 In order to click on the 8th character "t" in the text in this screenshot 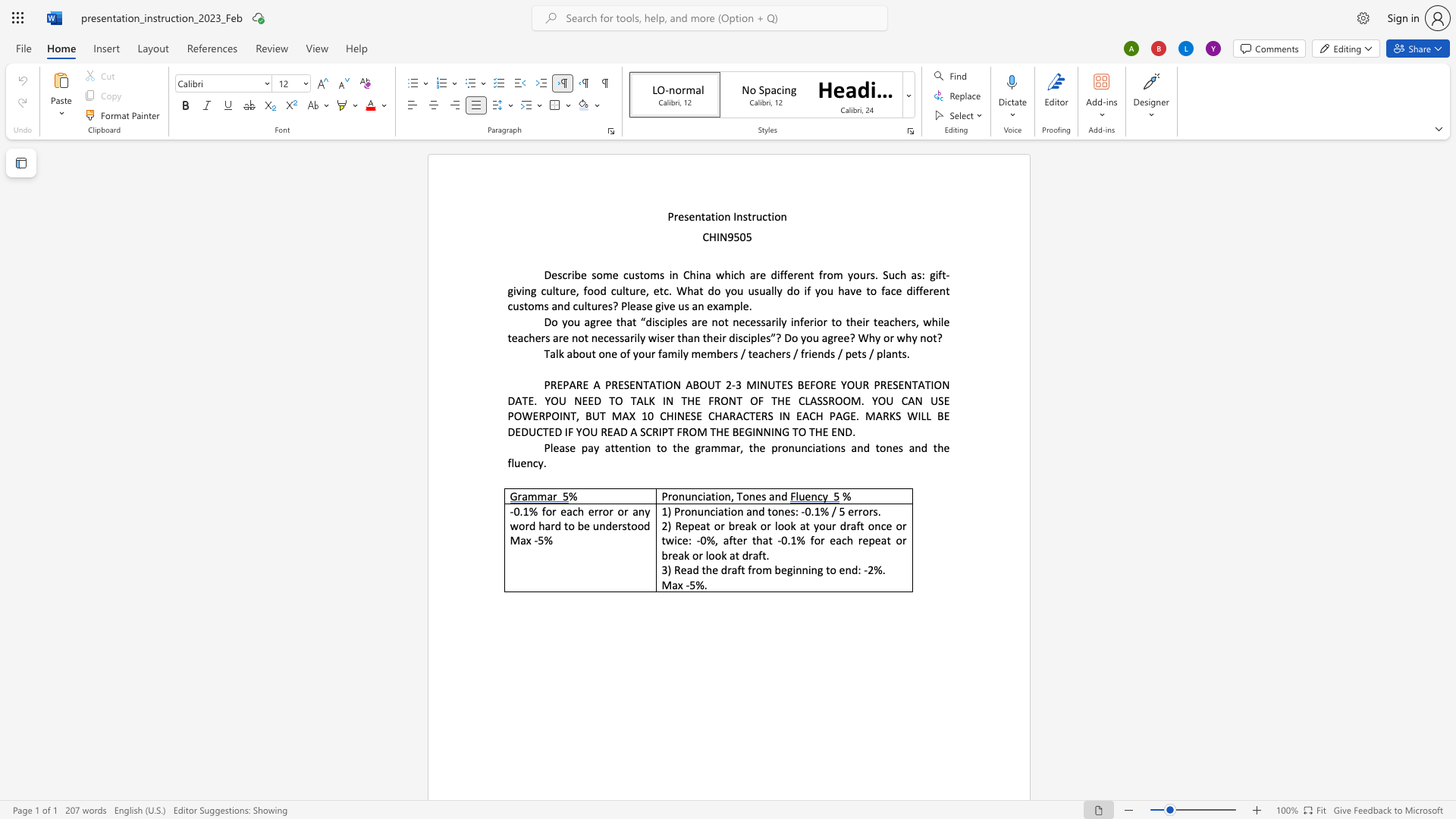, I will do `click(877, 447)`.